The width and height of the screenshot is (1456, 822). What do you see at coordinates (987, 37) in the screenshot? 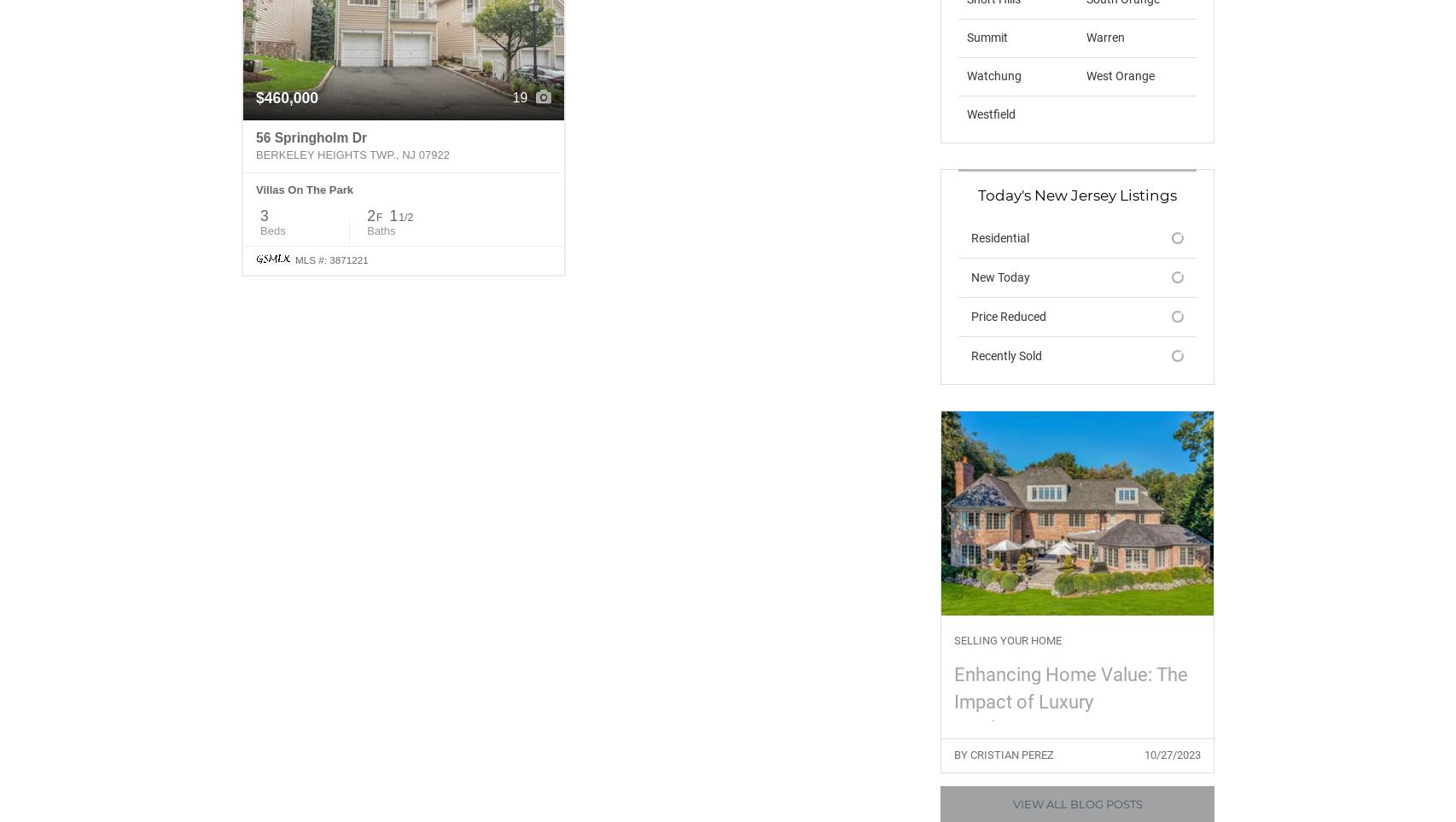
I see `'Summit'` at bounding box center [987, 37].